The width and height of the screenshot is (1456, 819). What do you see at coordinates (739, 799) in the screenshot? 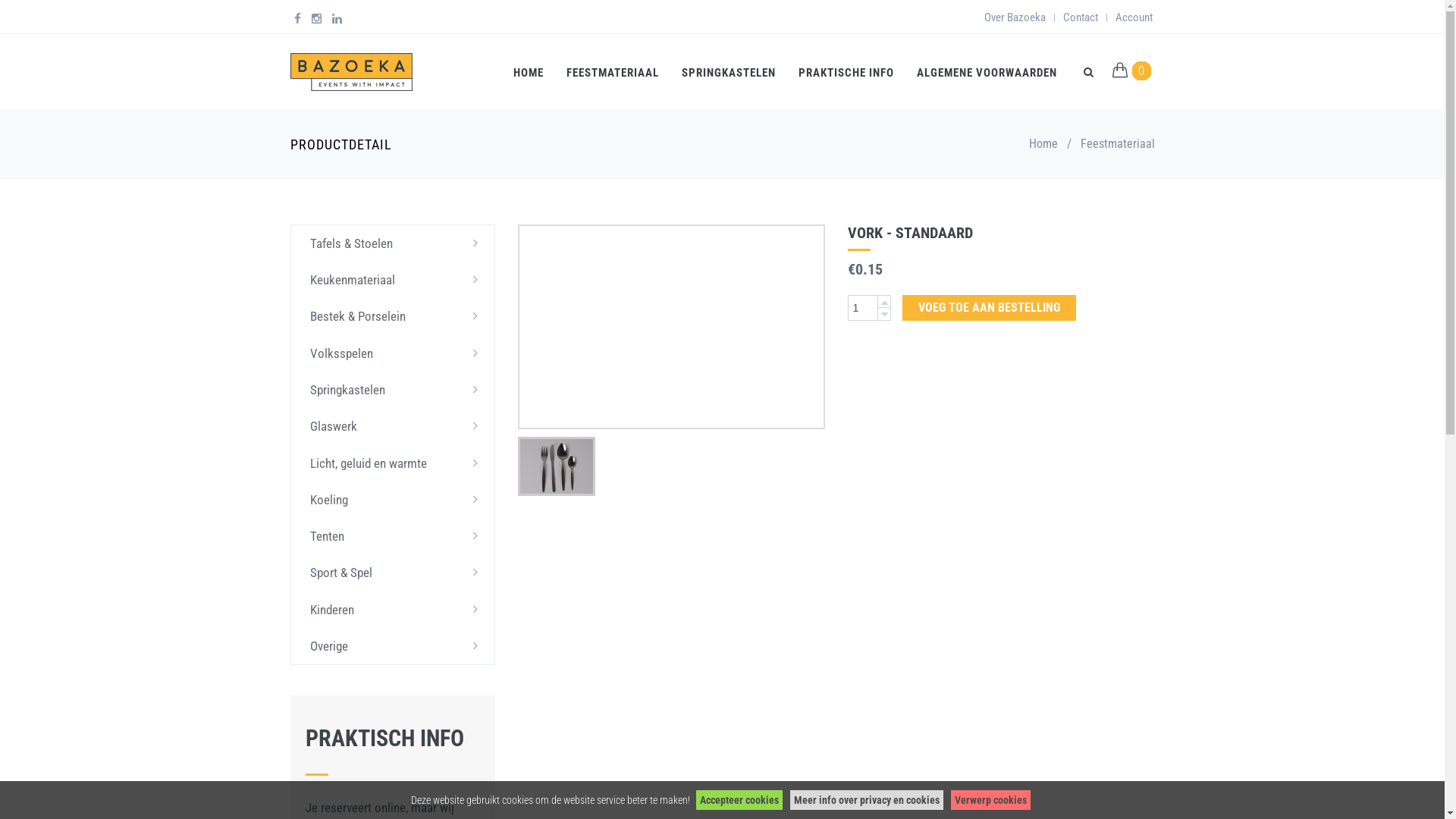
I see `'Accepteer cookies'` at bounding box center [739, 799].